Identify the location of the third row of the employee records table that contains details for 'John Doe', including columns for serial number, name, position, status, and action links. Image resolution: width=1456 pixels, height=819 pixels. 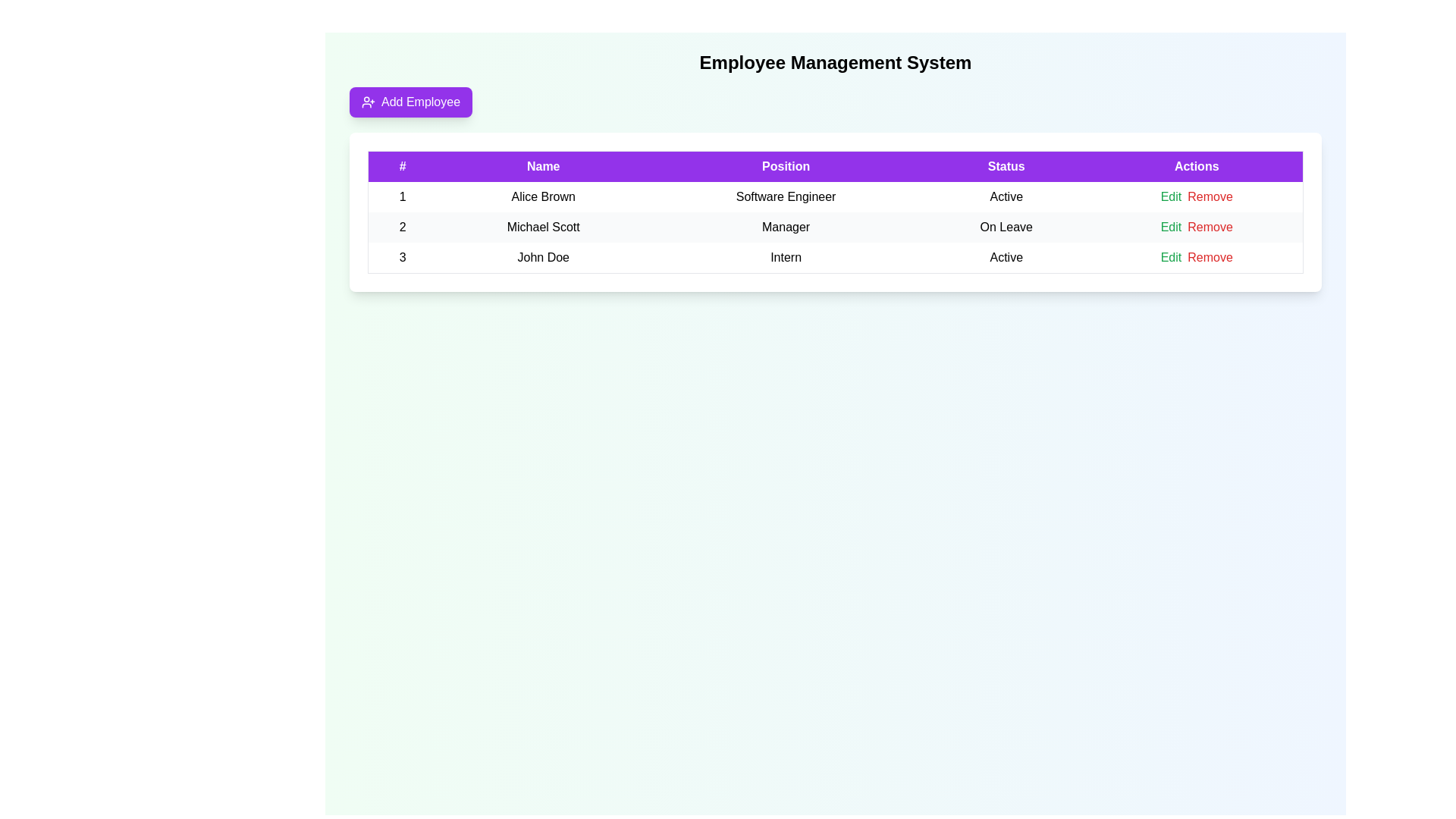
(835, 256).